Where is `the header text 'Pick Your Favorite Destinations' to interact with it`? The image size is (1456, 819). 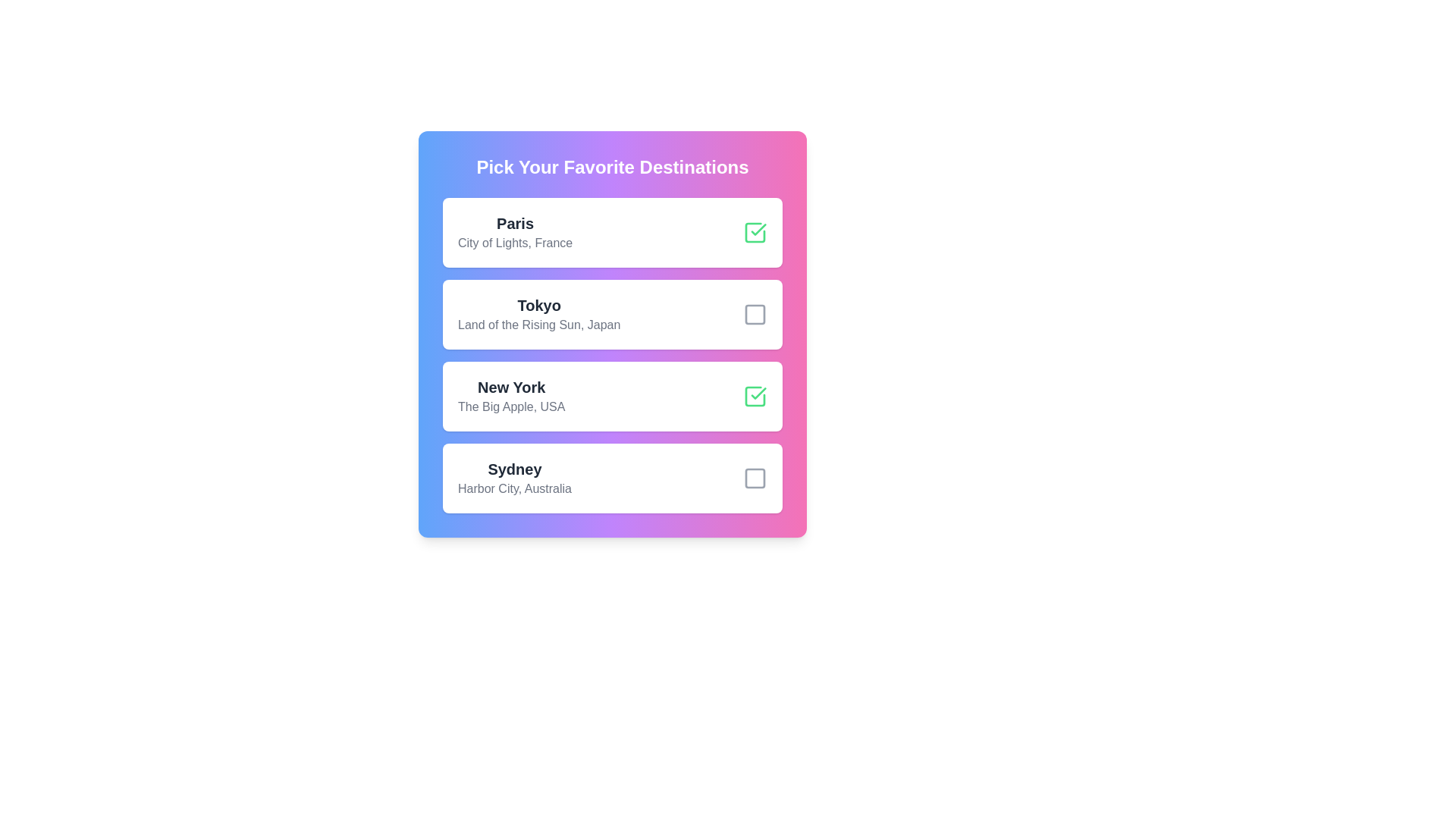 the header text 'Pick Your Favorite Destinations' to interact with it is located at coordinates (612, 167).